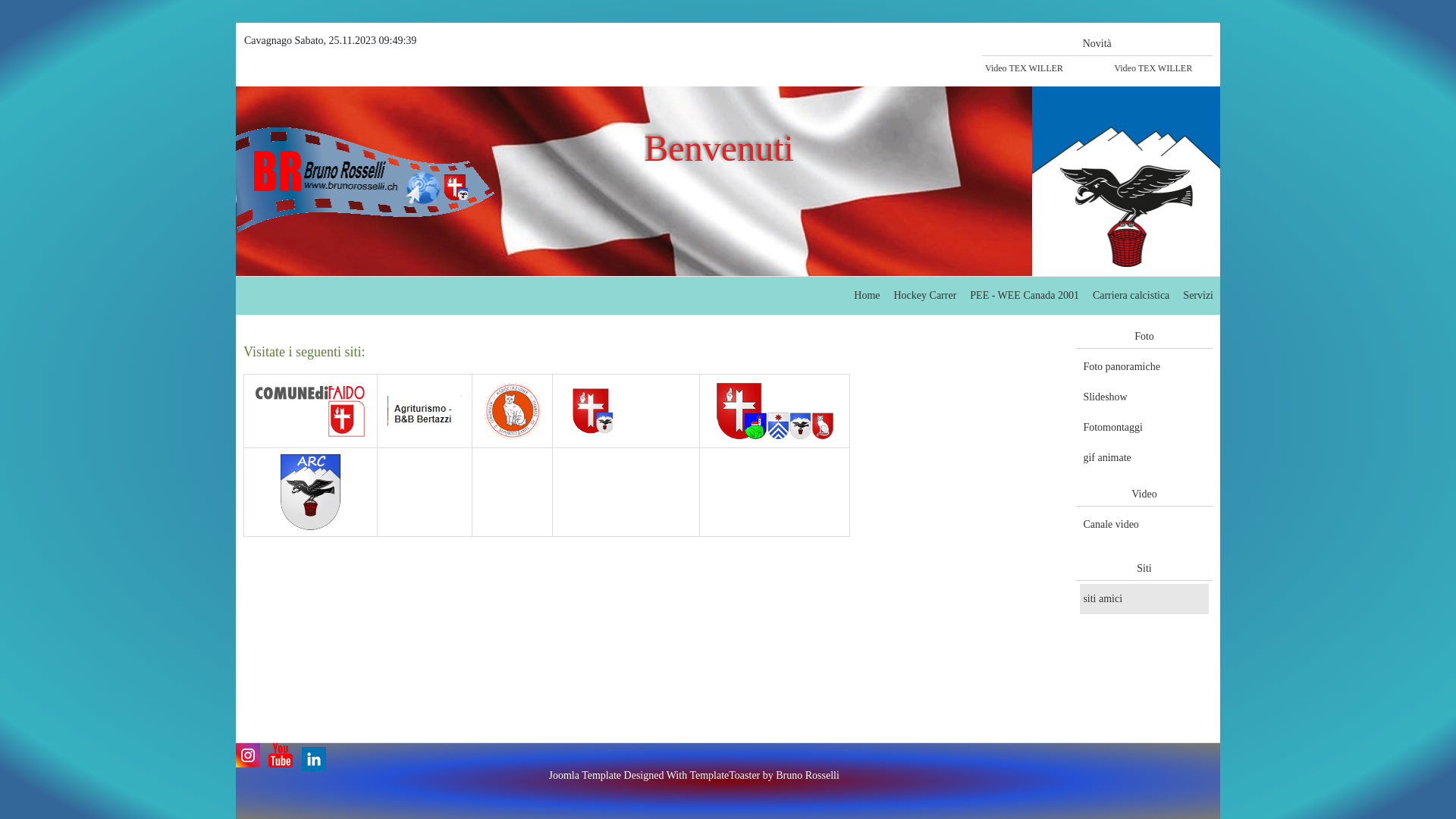  I want to click on 'Hockey Carrer', so click(924, 295).